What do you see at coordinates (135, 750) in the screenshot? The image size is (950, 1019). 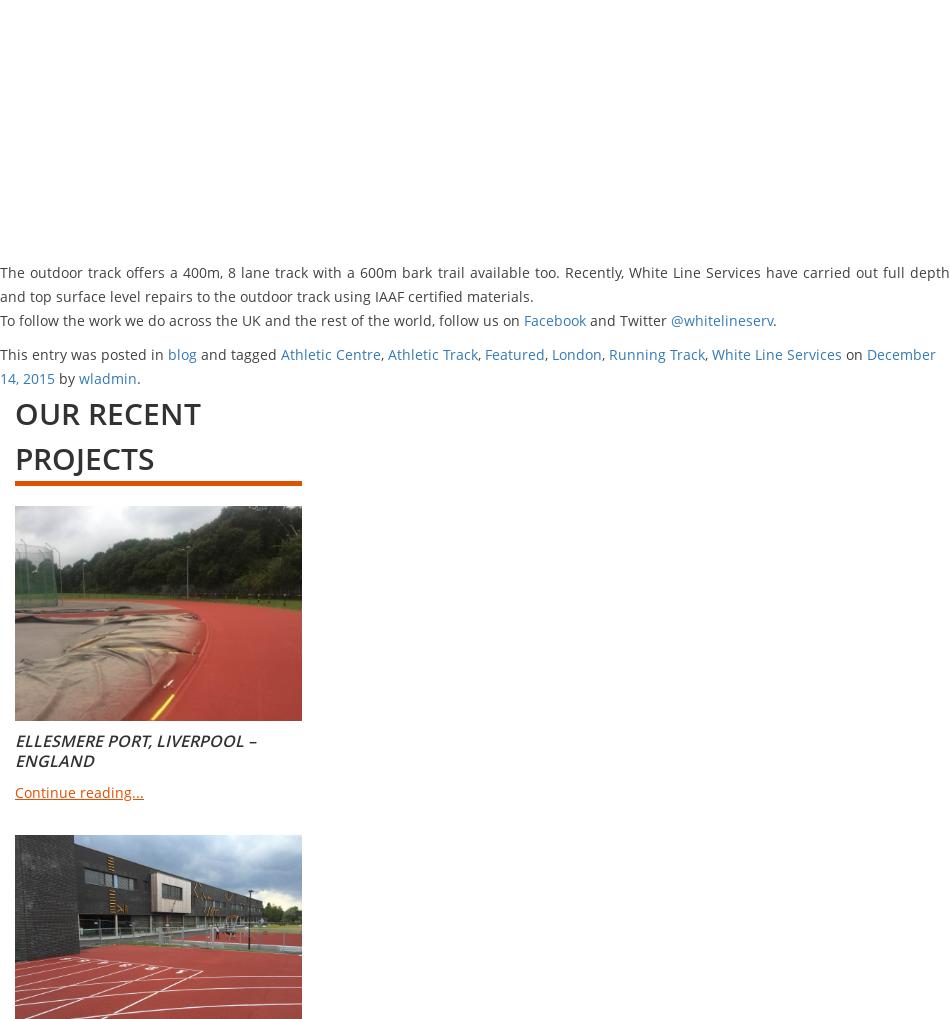 I see `'Ellesmere Port, Liverpool – England'` at bounding box center [135, 750].